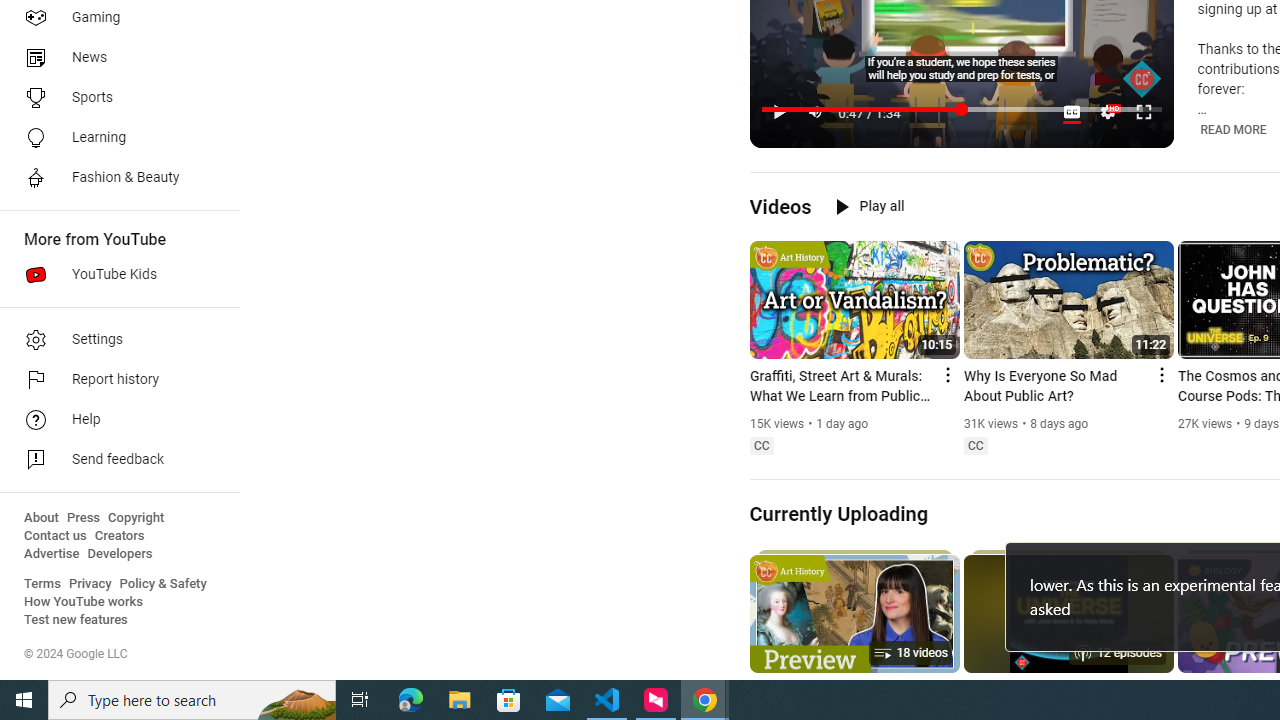 This screenshot has height=720, width=1280. What do you see at coordinates (1232, 129) in the screenshot?
I see `'READ MORE'` at bounding box center [1232, 129].